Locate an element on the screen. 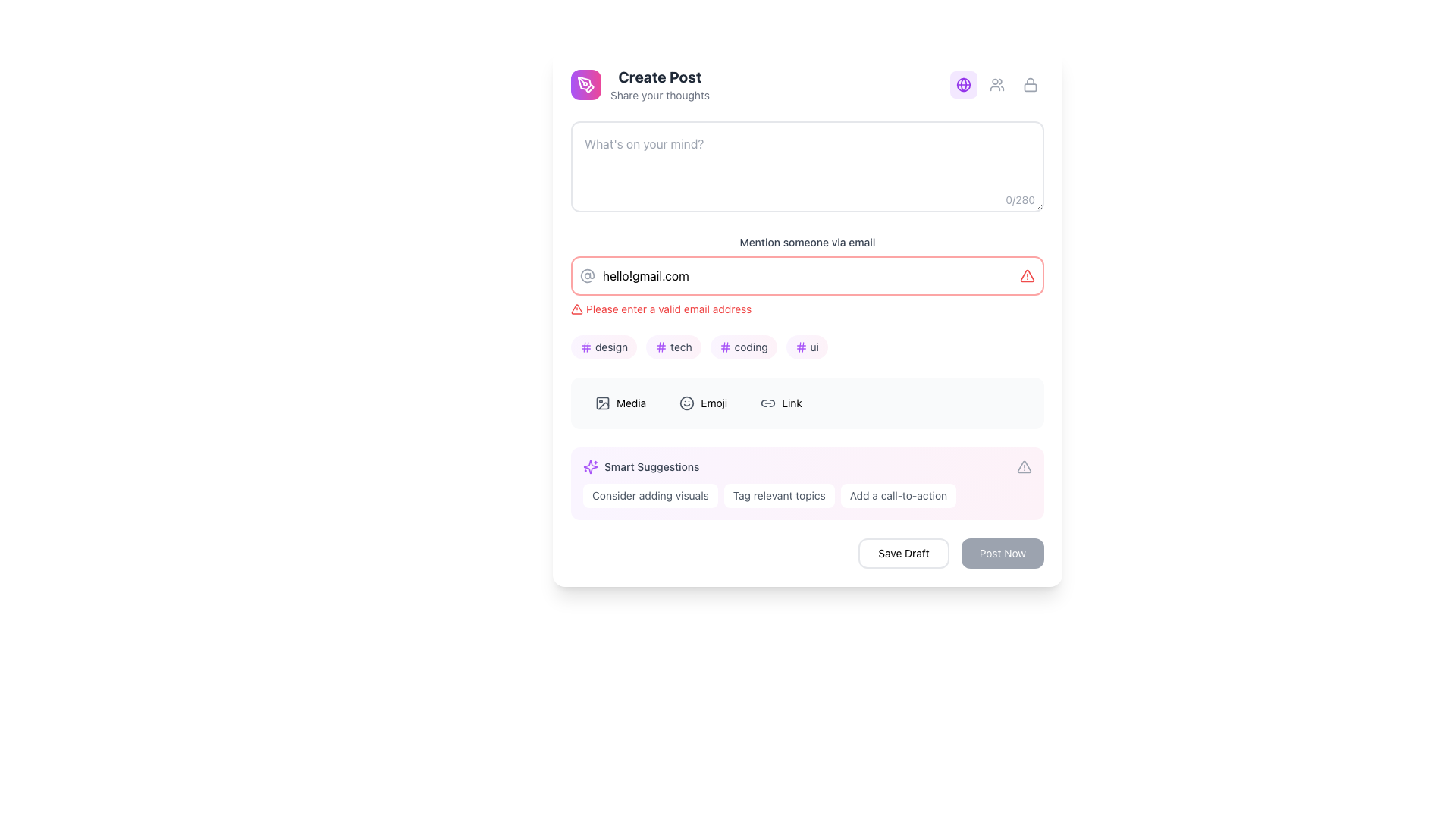 The height and width of the screenshot is (819, 1456). the first button on the leftmost side of the horizontal row is located at coordinates (620, 403).